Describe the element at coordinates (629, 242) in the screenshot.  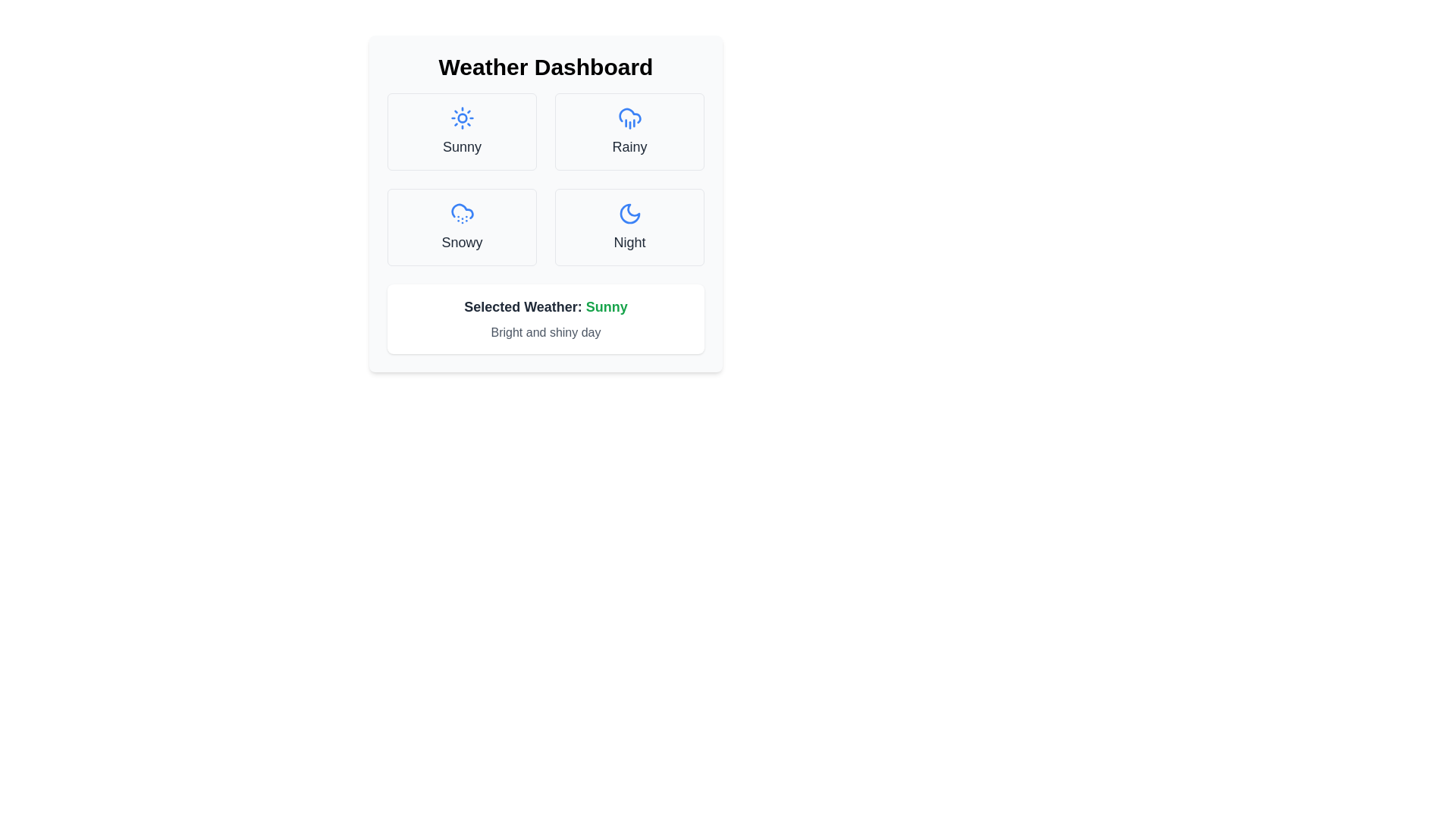
I see `the static text label indicating the 'Night' weather option located in the bottom-right corner of the weather options grid` at that location.